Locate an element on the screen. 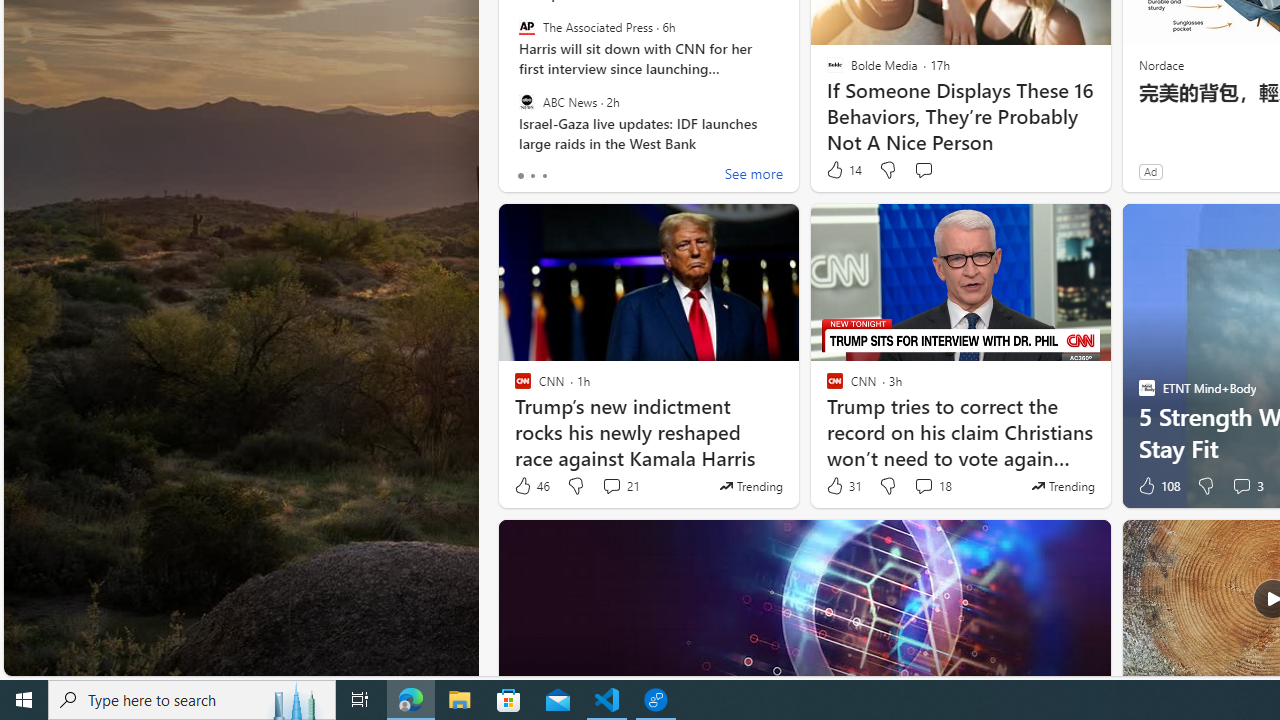  'tab-0' is located at coordinates (520, 175).